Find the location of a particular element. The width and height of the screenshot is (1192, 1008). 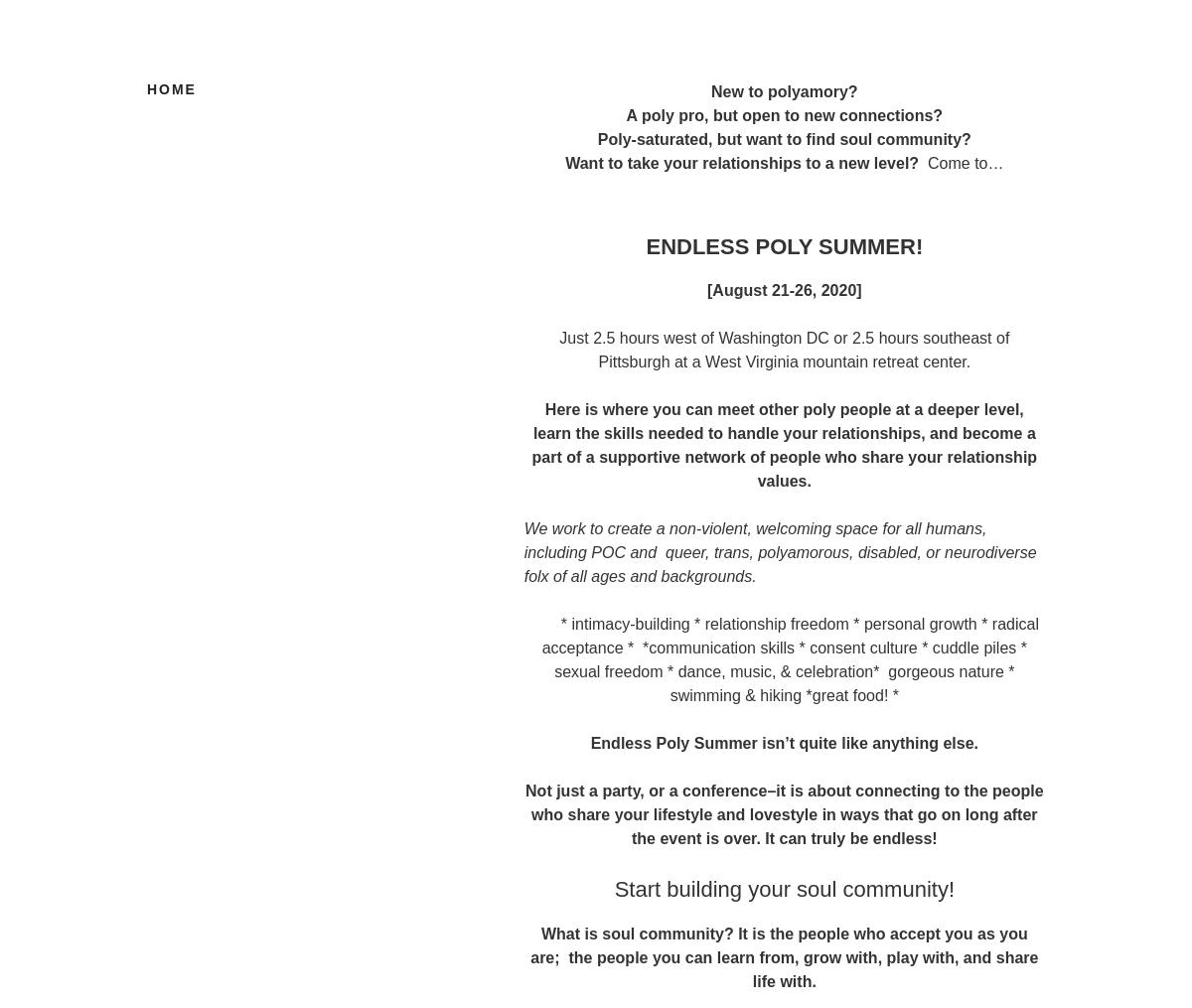

'New to polyamory?' is located at coordinates (783, 91).